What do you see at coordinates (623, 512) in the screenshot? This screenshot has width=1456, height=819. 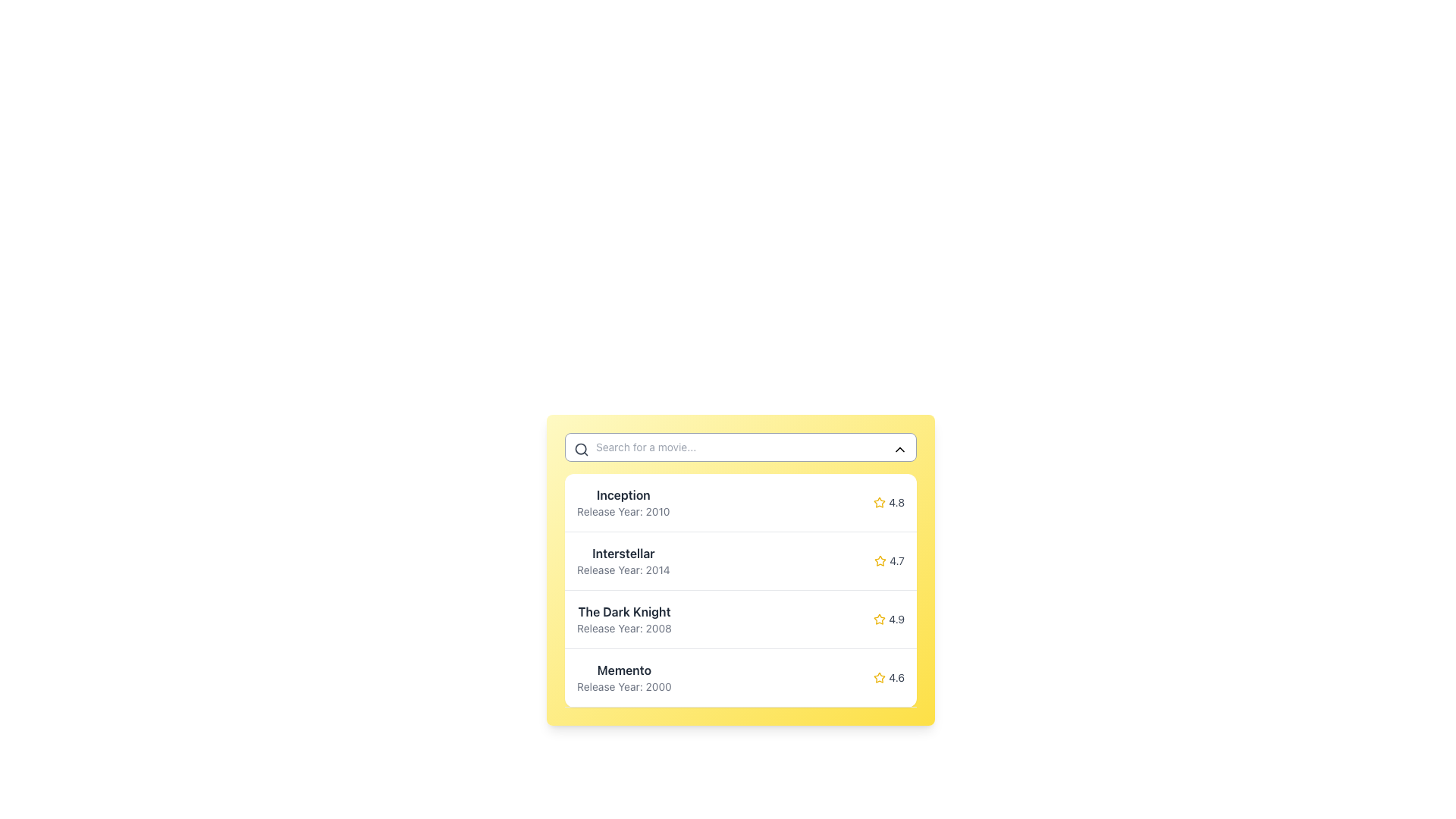 I see `the informational text label displaying the release year of the movie 'Inception', which is located below the movie title and near the search bar` at bounding box center [623, 512].